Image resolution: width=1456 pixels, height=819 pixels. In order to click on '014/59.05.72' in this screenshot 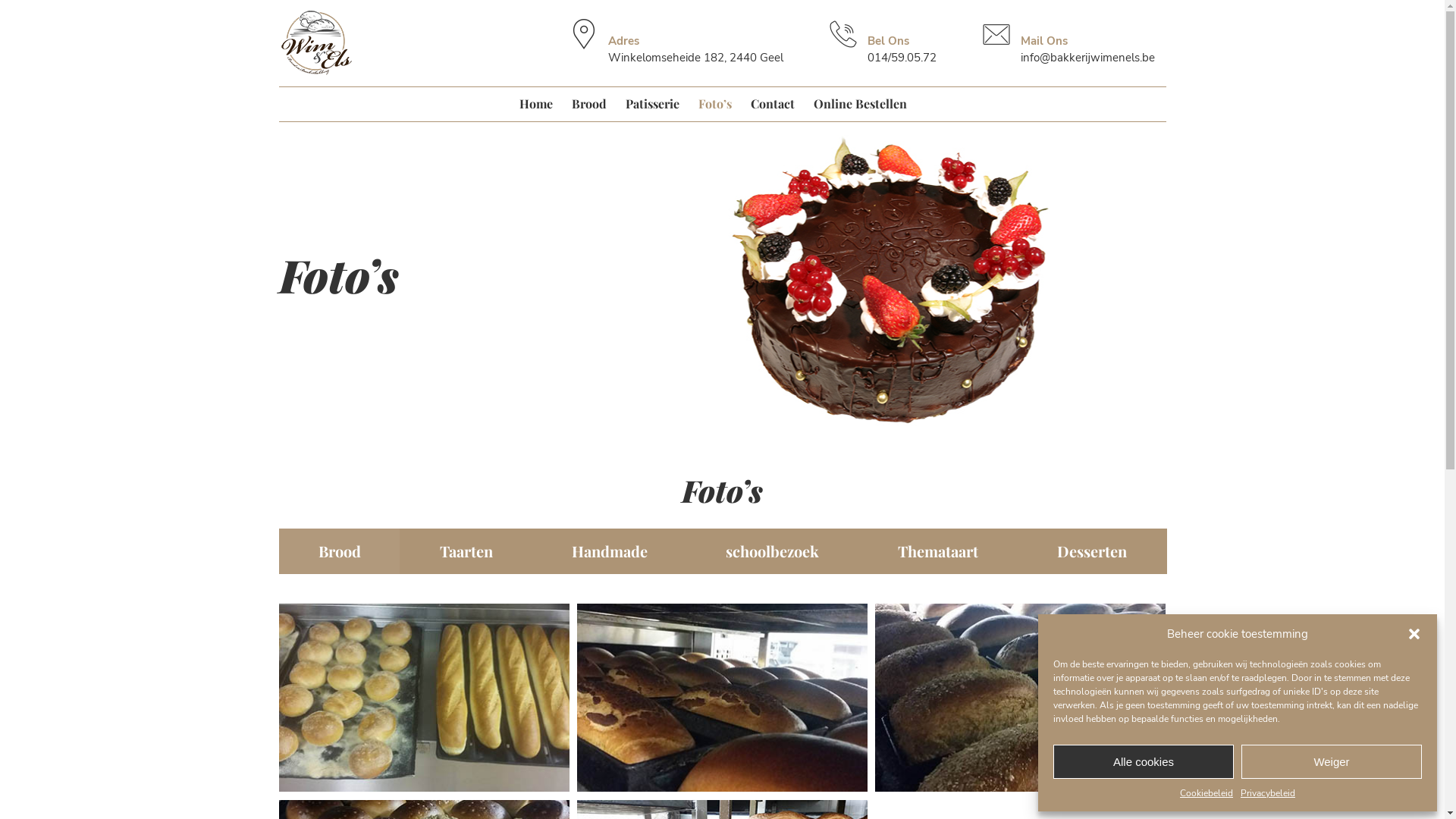, I will do `click(867, 57)`.